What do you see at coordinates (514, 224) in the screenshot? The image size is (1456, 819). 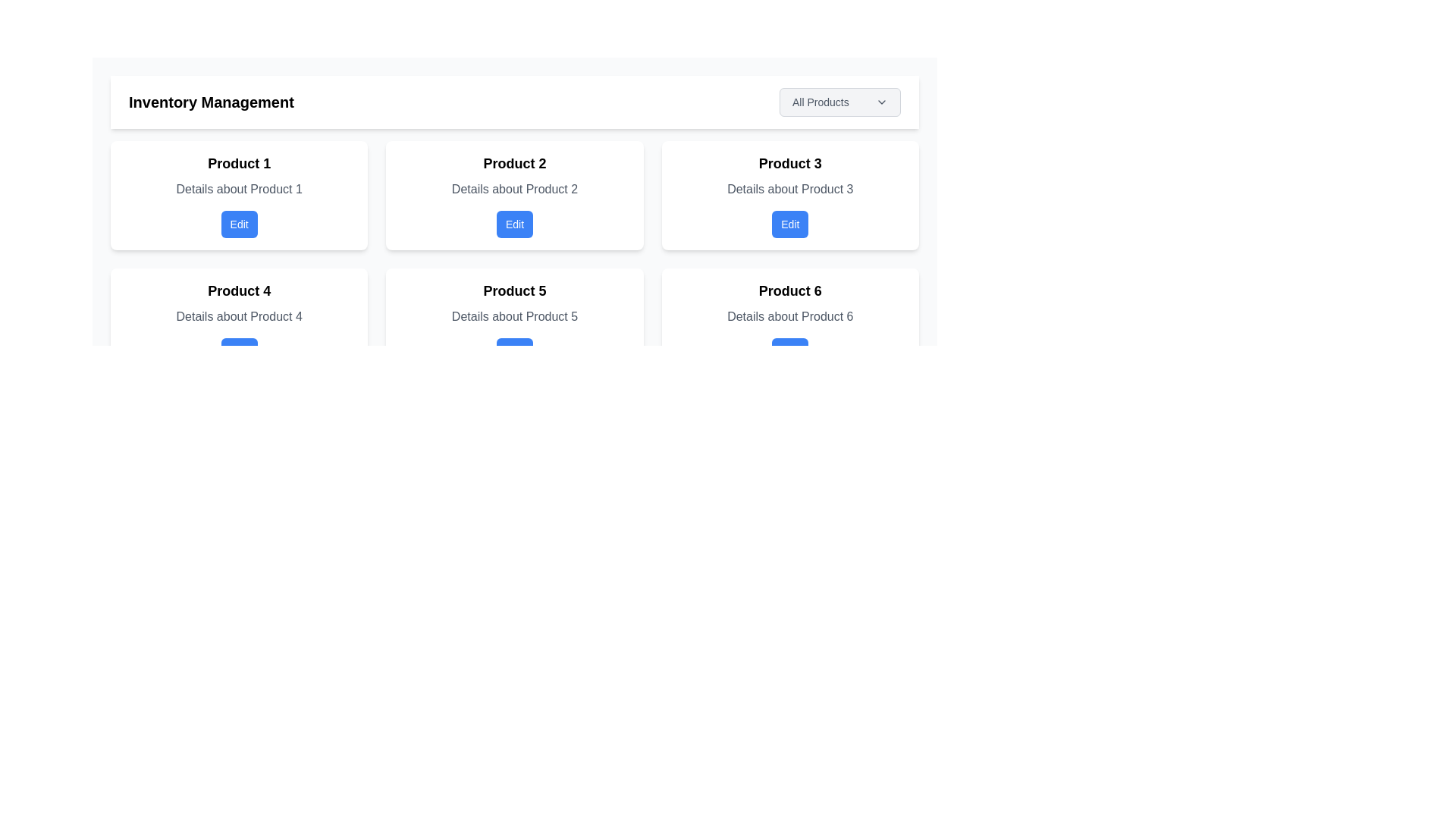 I see `the 'Edit' button, a rectangular button with white text on a blue background, located in the lower section of the 'Product 2' card` at bounding box center [514, 224].